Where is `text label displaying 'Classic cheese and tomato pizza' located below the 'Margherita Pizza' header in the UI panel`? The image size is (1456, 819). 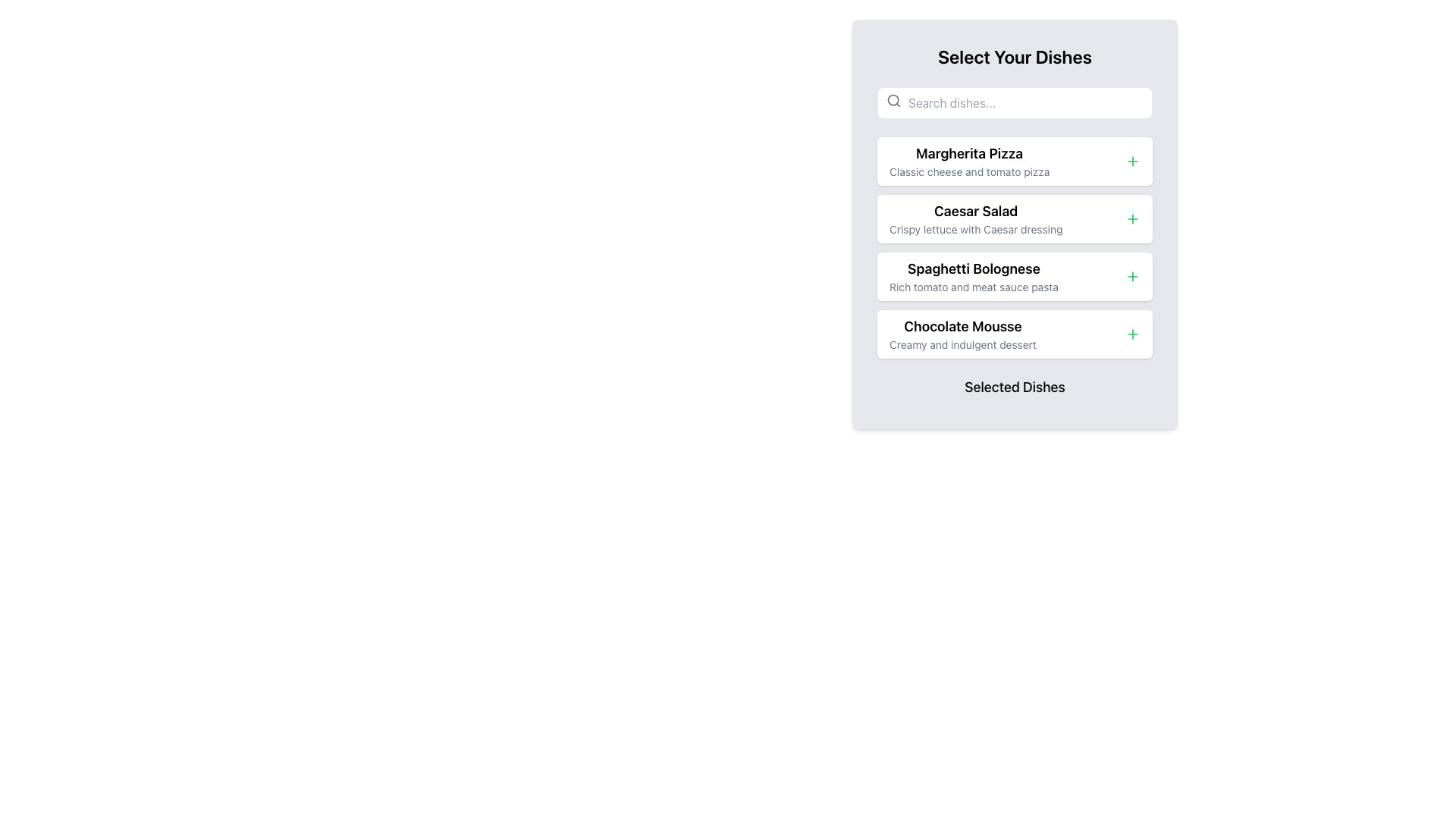
text label displaying 'Classic cheese and tomato pizza' located below the 'Margherita Pizza' header in the UI panel is located at coordinates (968, 171).